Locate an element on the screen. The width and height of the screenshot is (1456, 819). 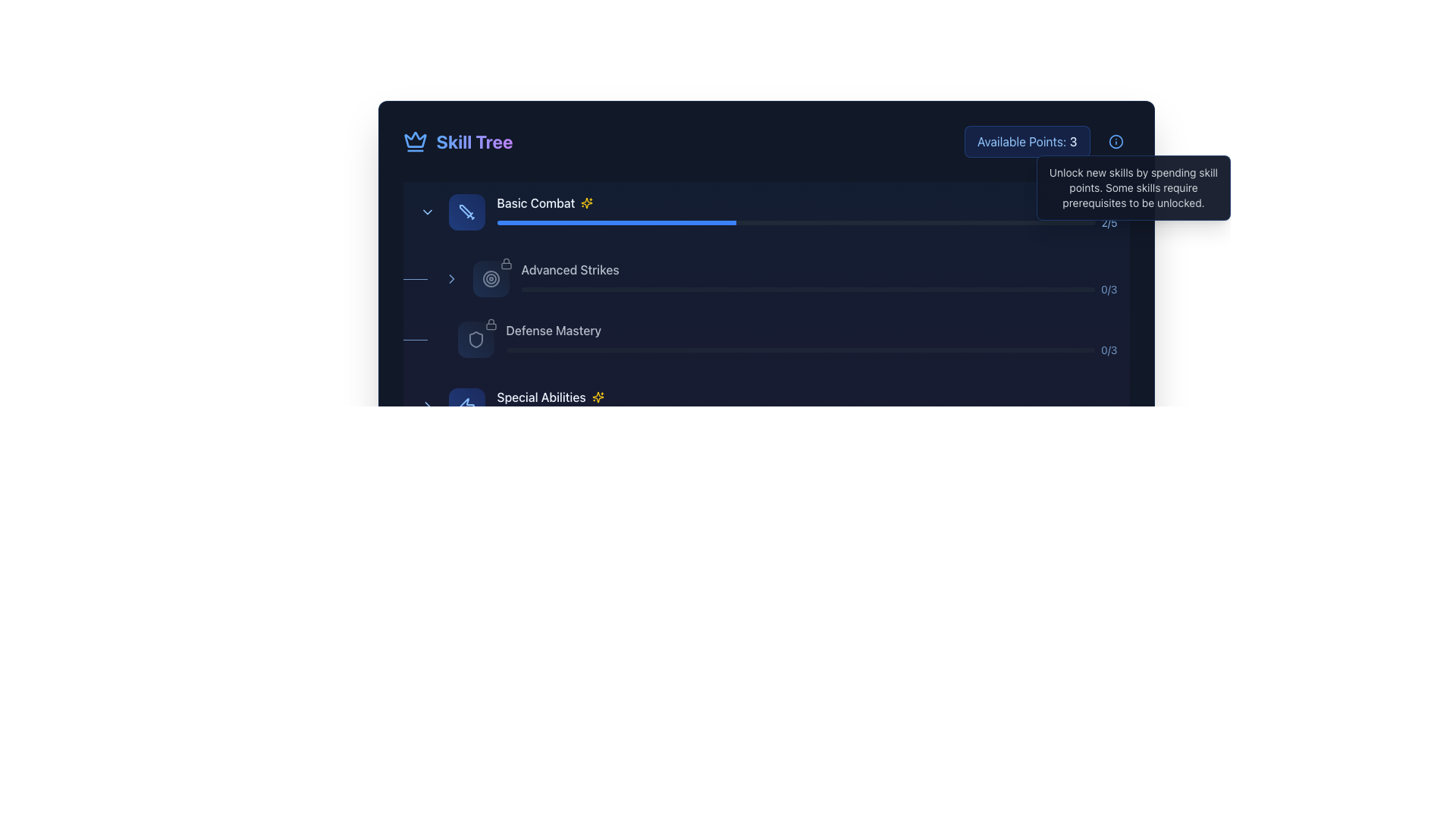
the visual state of the blue progress bar segment located beneath the 'Special Abilities' text in the skill tree interface is located at coordinates (571, 417).